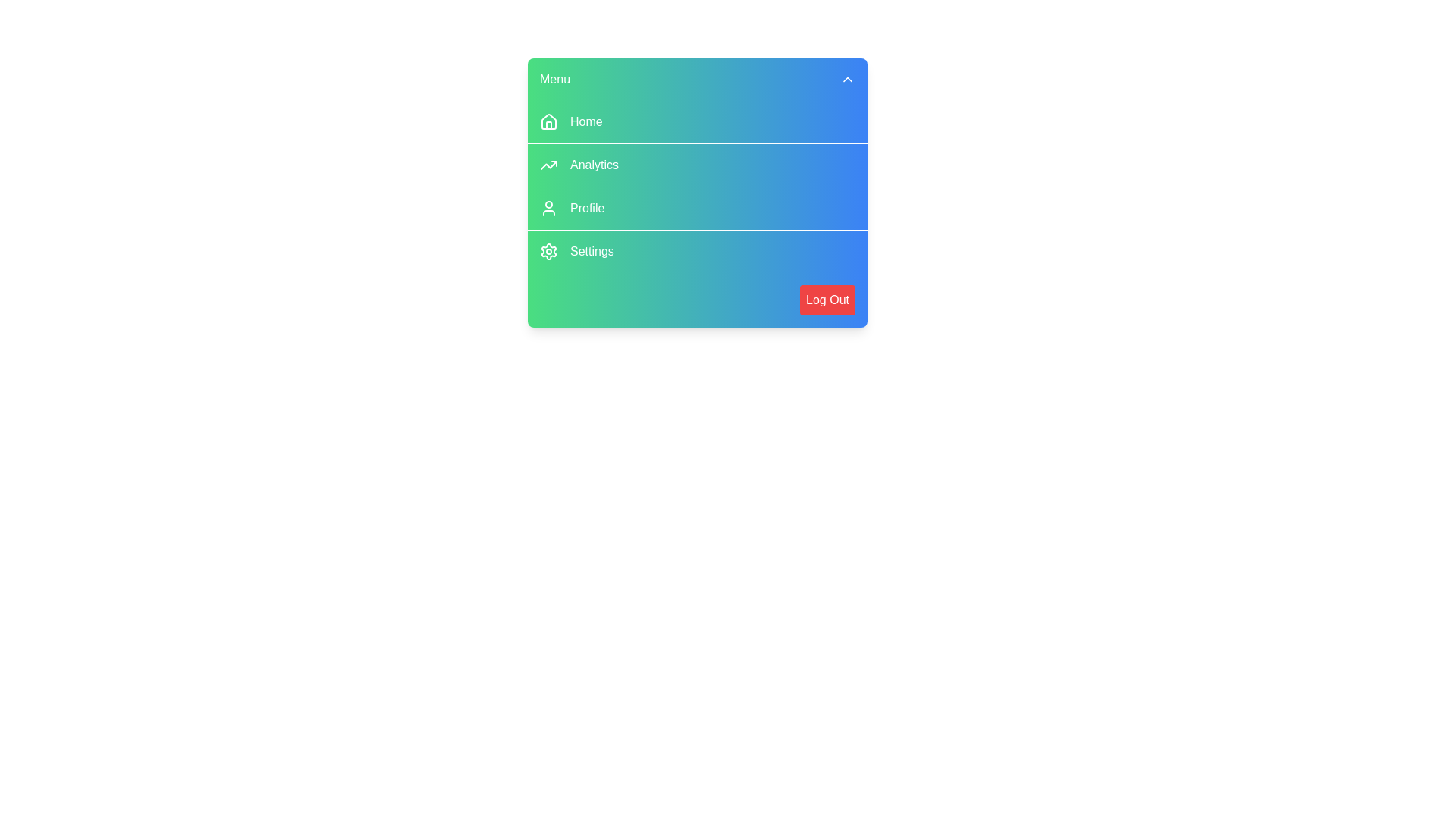 This screenshot has width=1456, height=819. Describe the element at coordinates (697, 121) in the screenshot. I see `the menu item Home to trigger its hover effect` at that location.